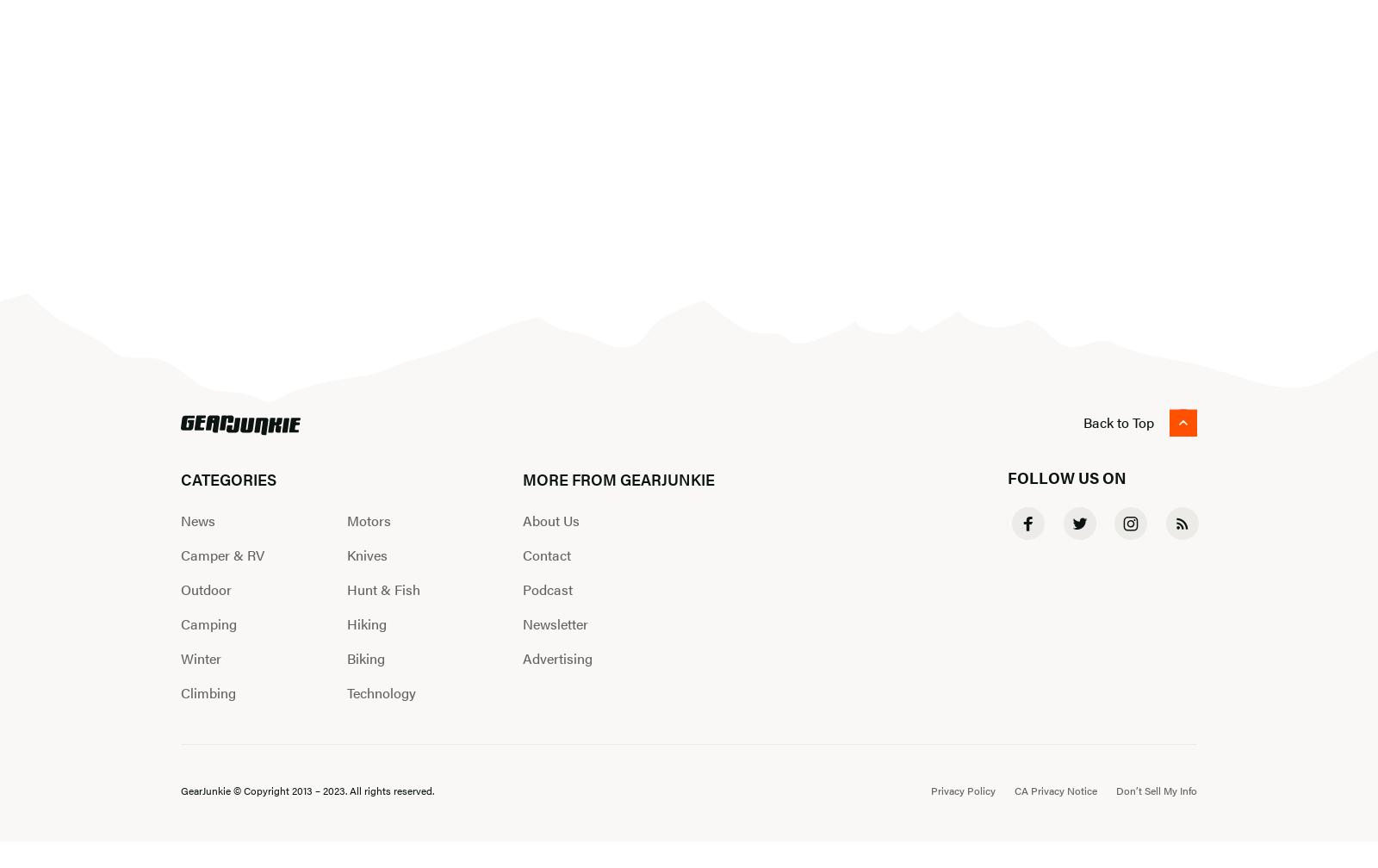 This screenshot has height=868, width=1378. Describe the element at coordinates (201, 657) in the screenshot. I see `'Winter'` at that location.